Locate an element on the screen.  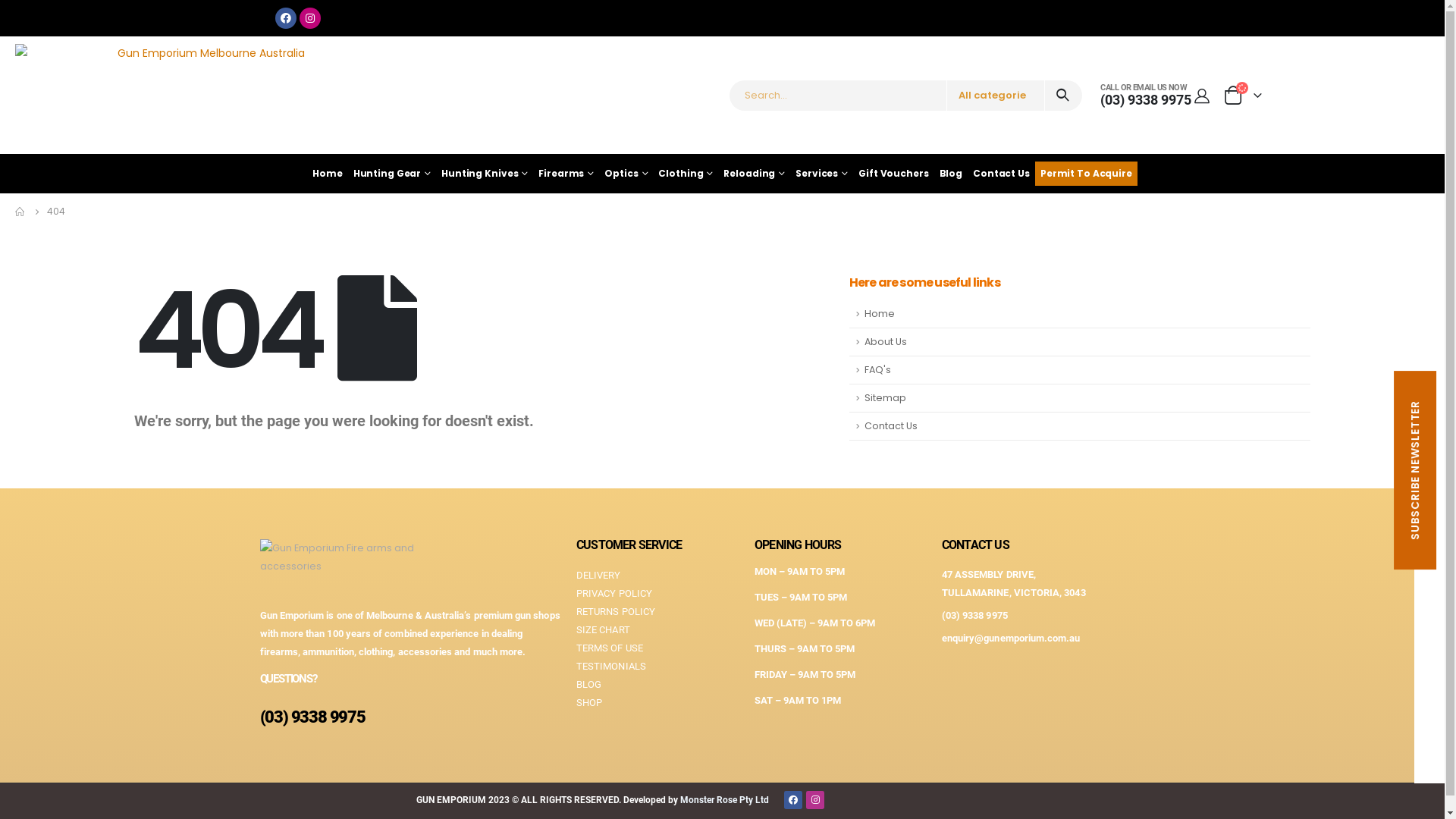
'Hunting Gear' is located at coordinates (392, 172).